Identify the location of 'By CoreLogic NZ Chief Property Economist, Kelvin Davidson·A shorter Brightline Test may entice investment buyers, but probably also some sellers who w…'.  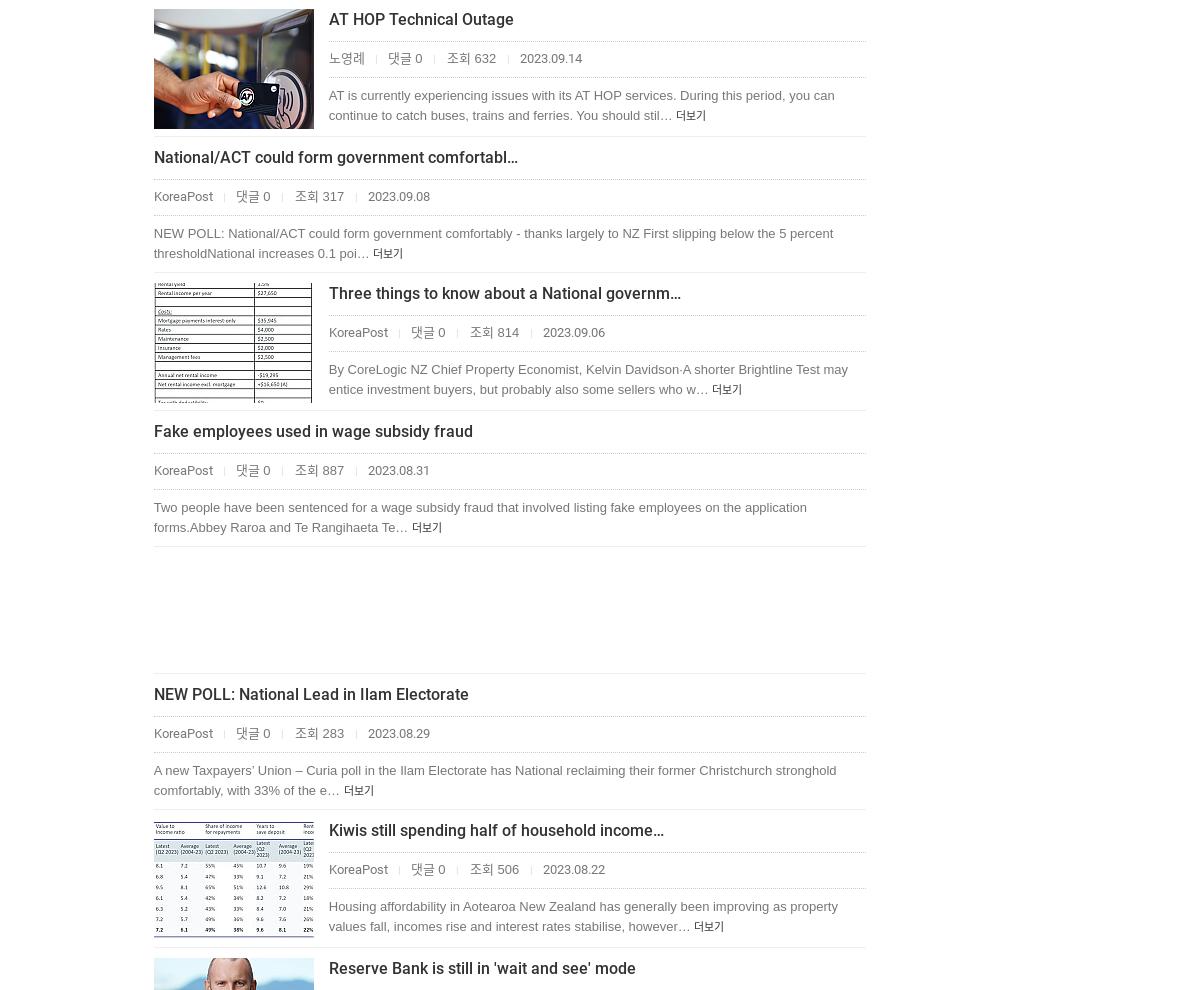
(587, 379).